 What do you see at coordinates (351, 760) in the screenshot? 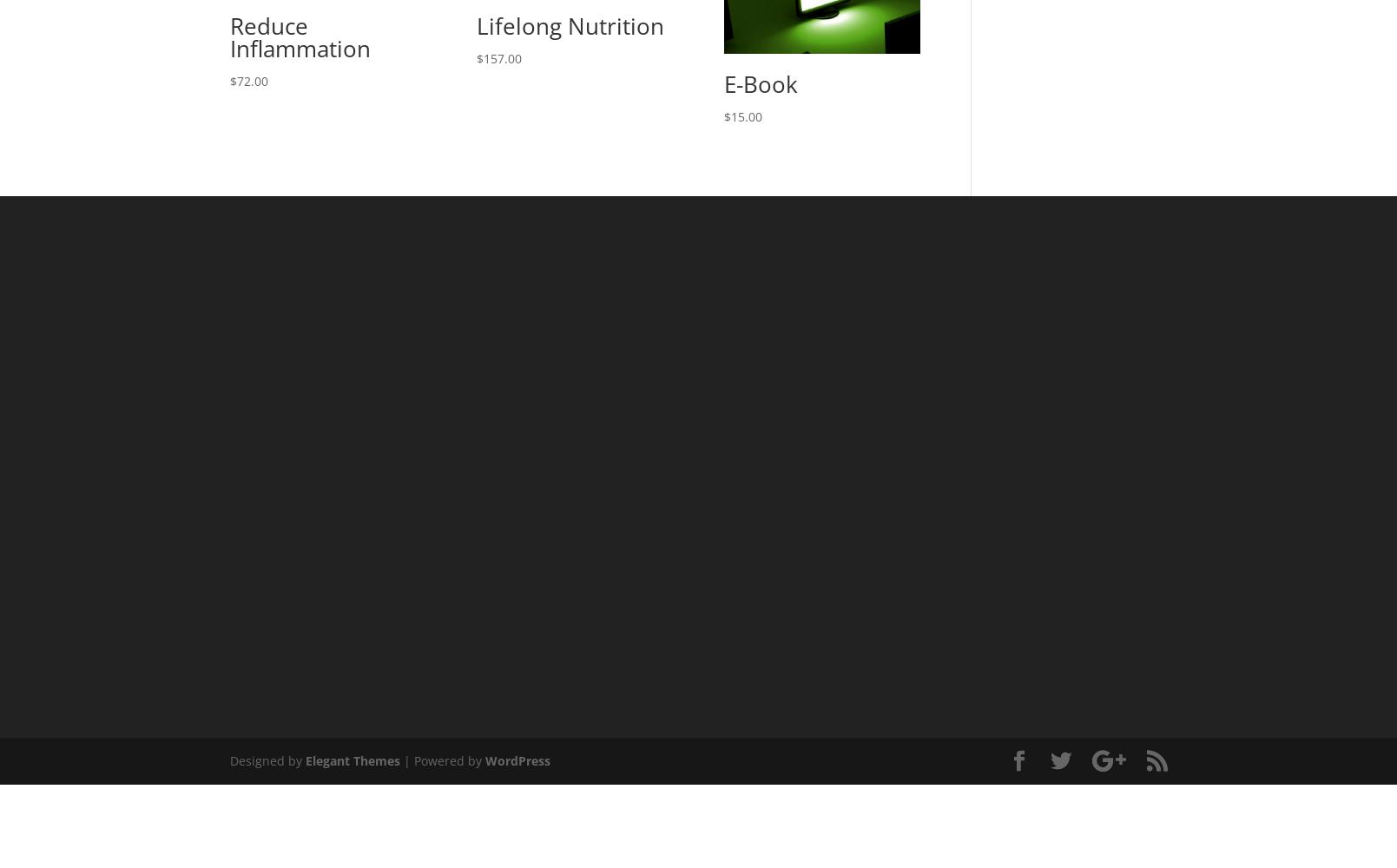
I see `'Elegant Themes'` at bounding box center [351, 760].